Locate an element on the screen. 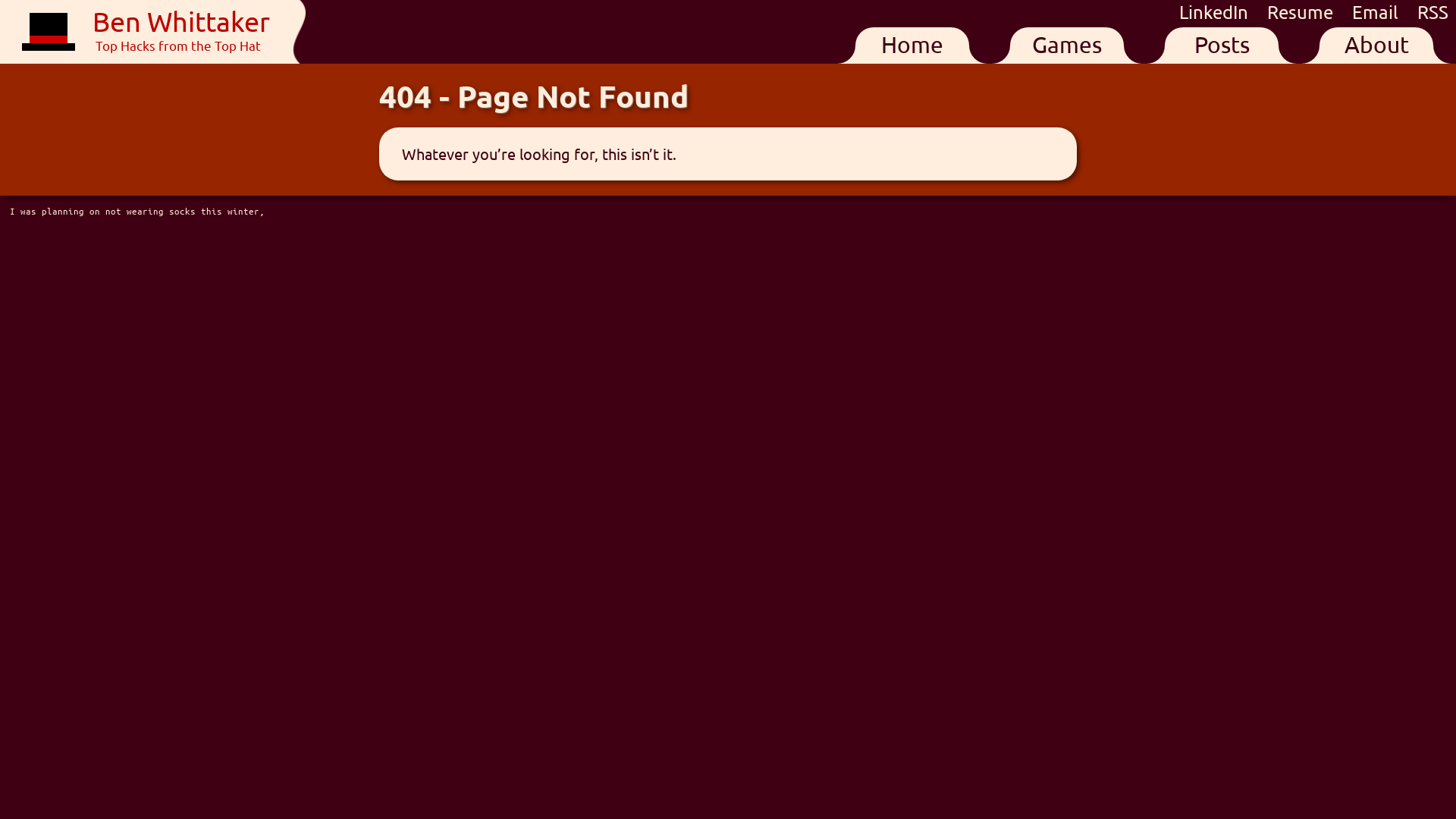 This screenshot has width=1456, height=819. 'RSS' is located at coordinates (1432, 11).